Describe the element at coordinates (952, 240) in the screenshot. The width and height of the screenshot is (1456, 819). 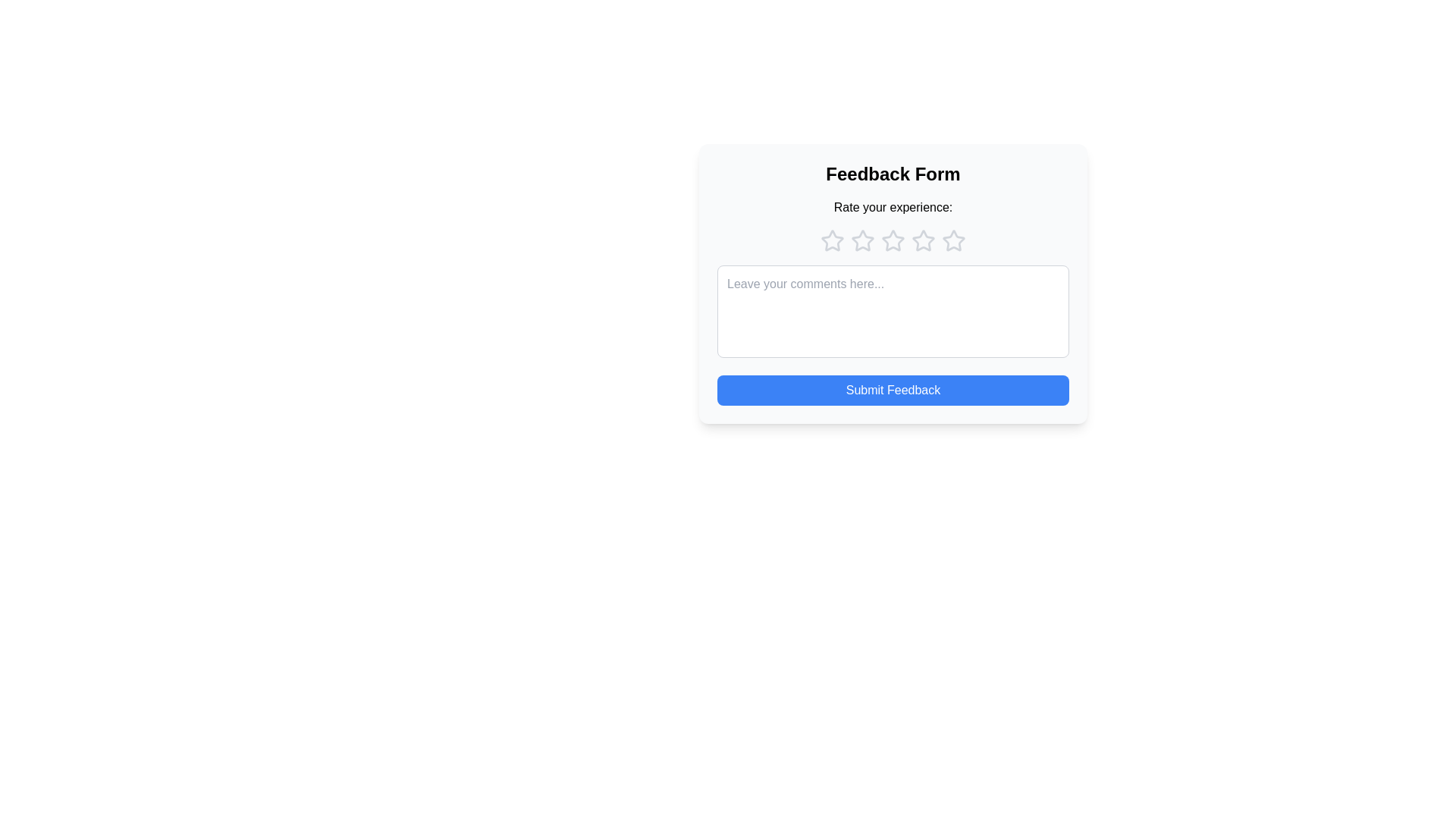
I see `the last interactive star icon in the feedback form located beneath the 'Rate your experience' heading` at that location.